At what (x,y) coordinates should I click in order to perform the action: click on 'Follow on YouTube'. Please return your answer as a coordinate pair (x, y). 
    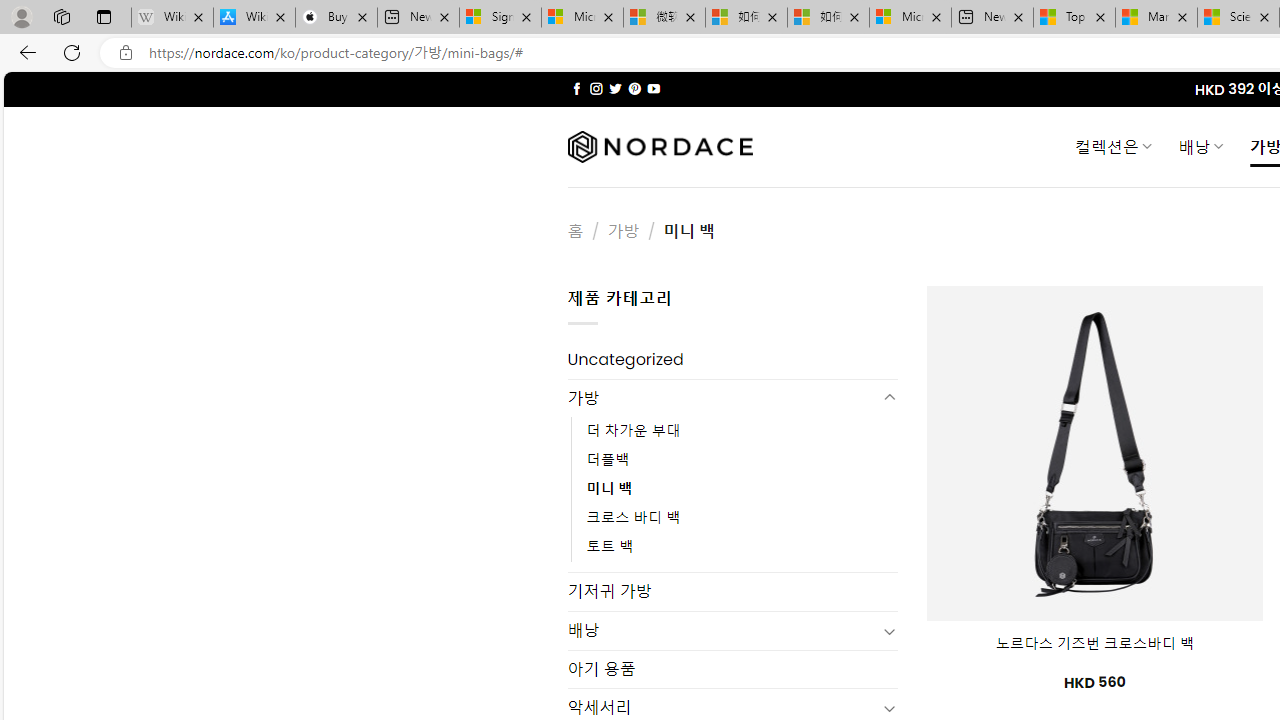
    Looking at the image, I should click on (653, 88).